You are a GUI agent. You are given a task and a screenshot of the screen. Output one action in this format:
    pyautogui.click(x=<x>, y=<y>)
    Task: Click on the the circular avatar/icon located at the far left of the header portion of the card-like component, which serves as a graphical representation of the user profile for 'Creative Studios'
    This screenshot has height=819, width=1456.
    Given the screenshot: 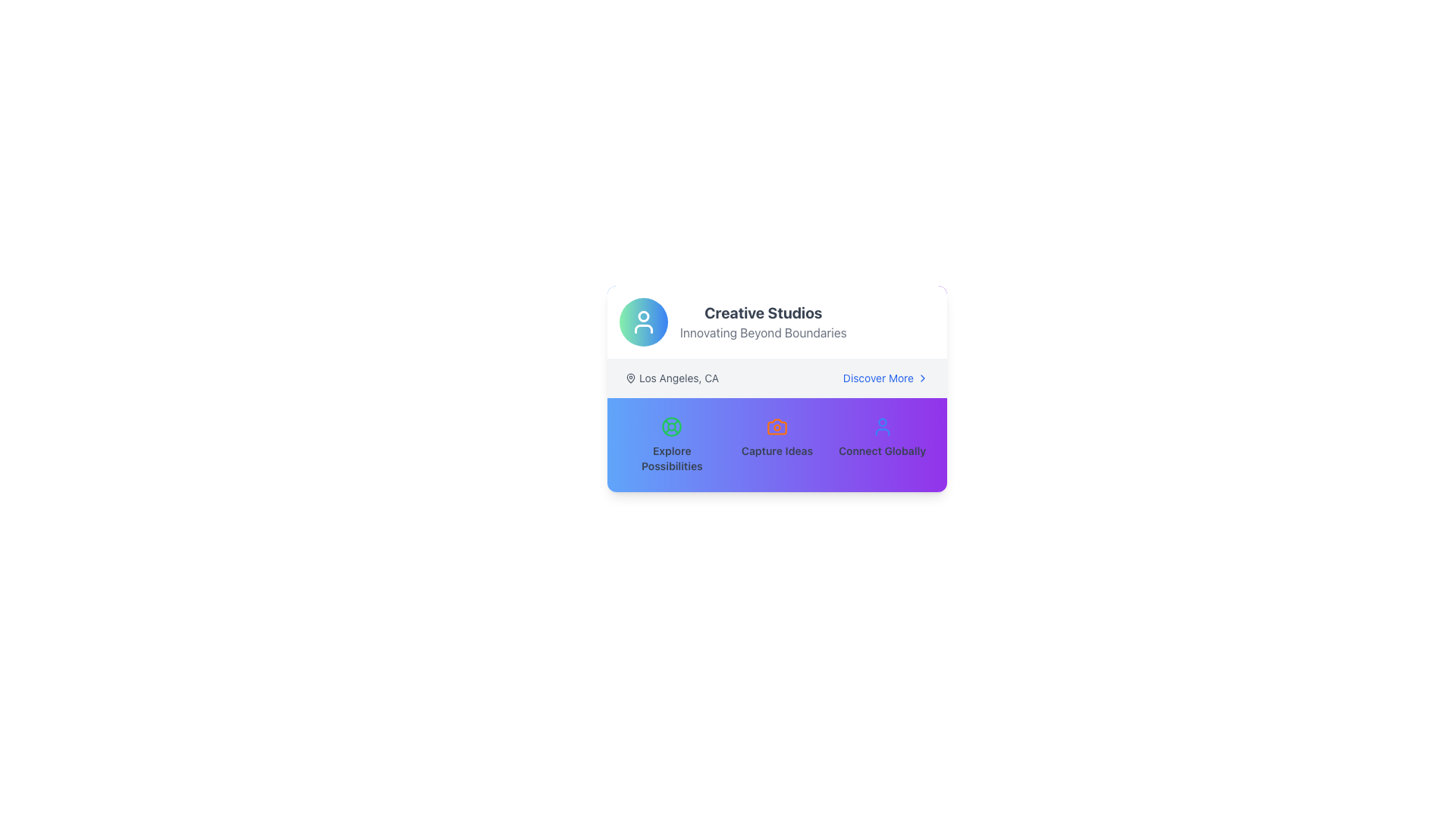 What is the action you would take?
    pyautogui.click(x=644, y=321)
    